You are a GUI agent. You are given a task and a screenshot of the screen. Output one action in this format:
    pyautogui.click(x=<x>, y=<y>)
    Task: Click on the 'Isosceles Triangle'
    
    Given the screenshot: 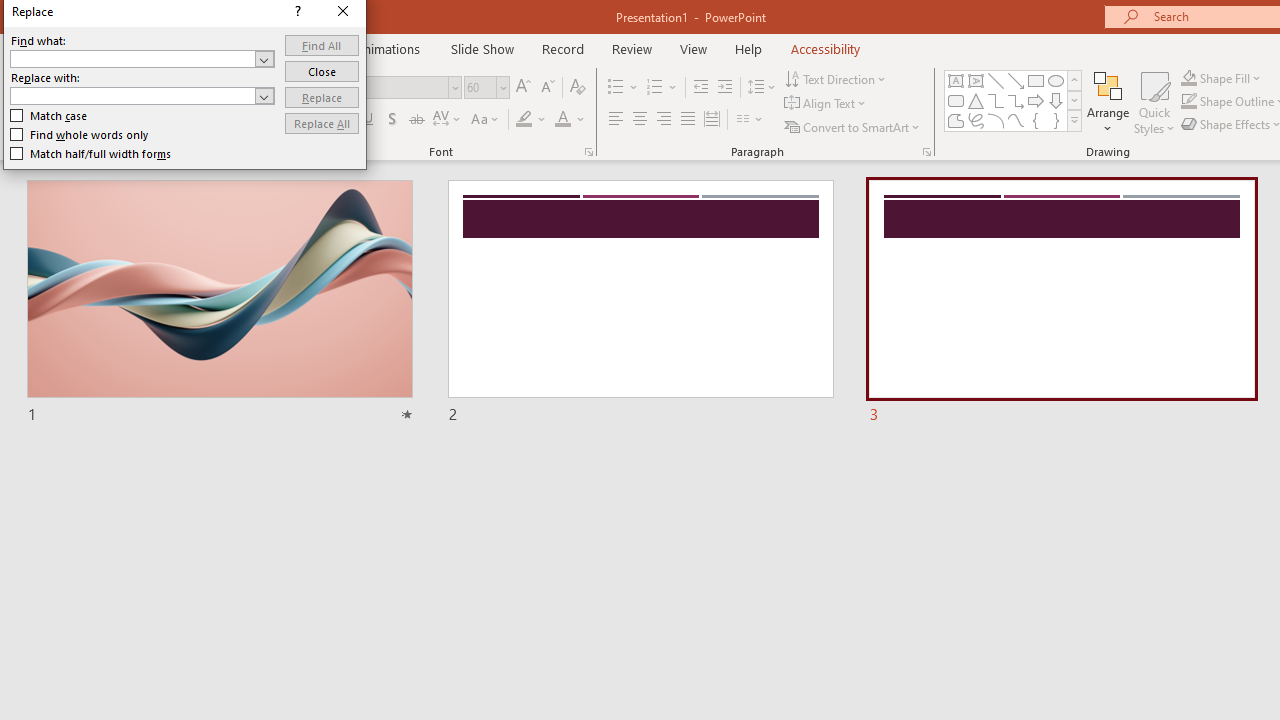 What is the action you would take?
    pyautogui.click(x=976, y=100)
    